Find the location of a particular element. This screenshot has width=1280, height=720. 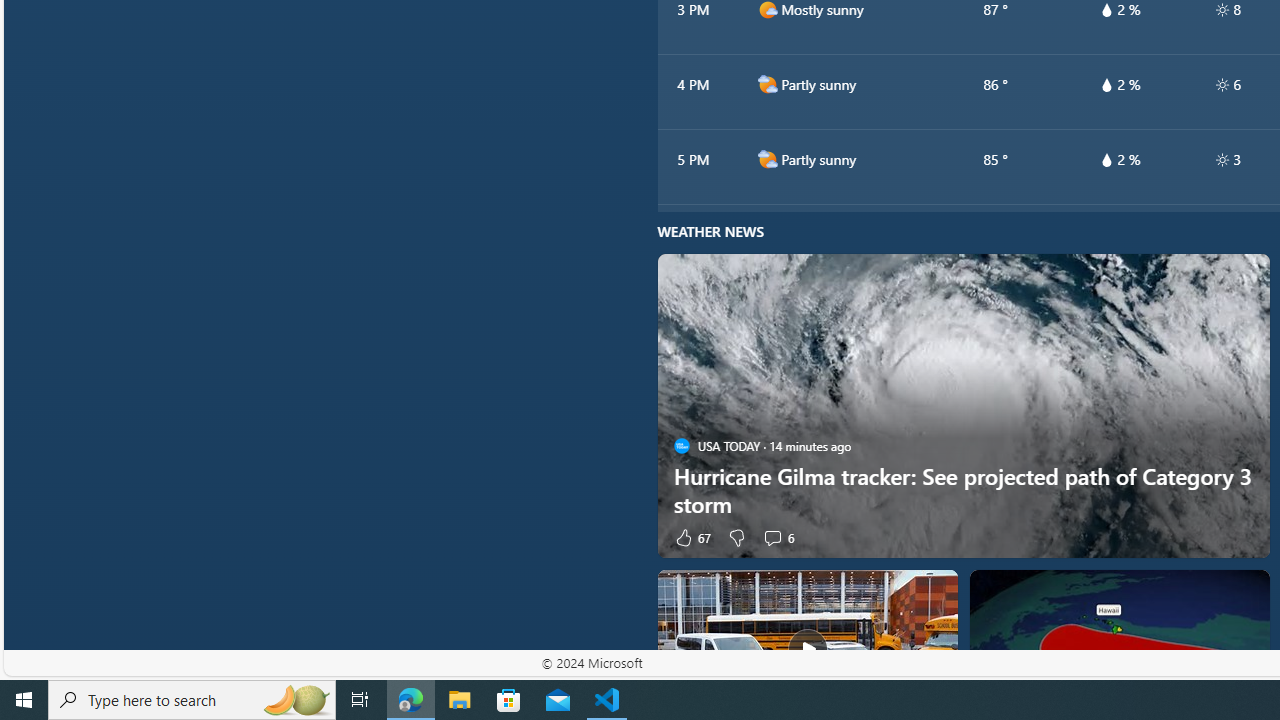

'View comments 6 Comment' is located at coordinates (771, 536).